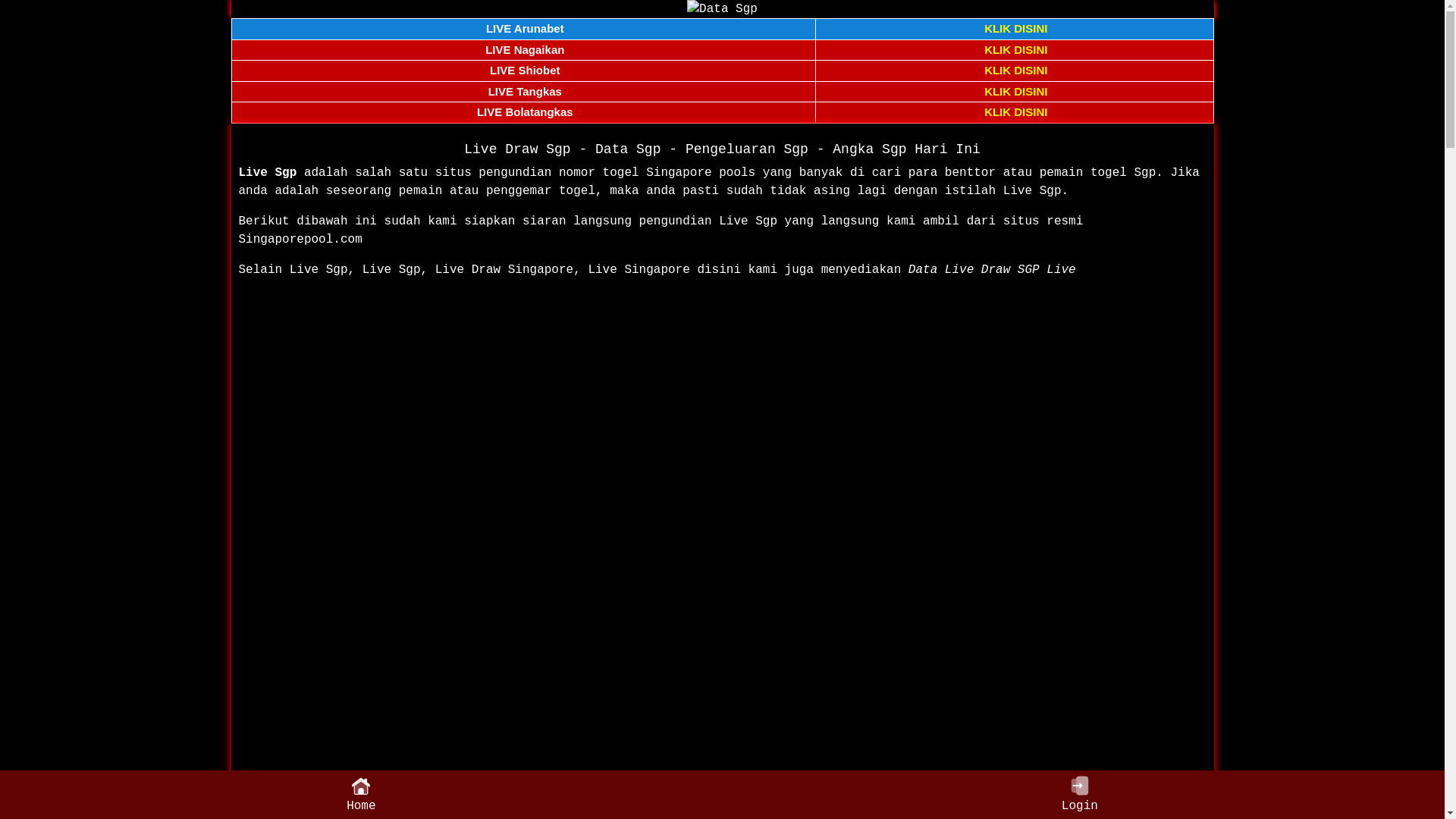  I want to click on 'Live Sgp', so click(267, 171).